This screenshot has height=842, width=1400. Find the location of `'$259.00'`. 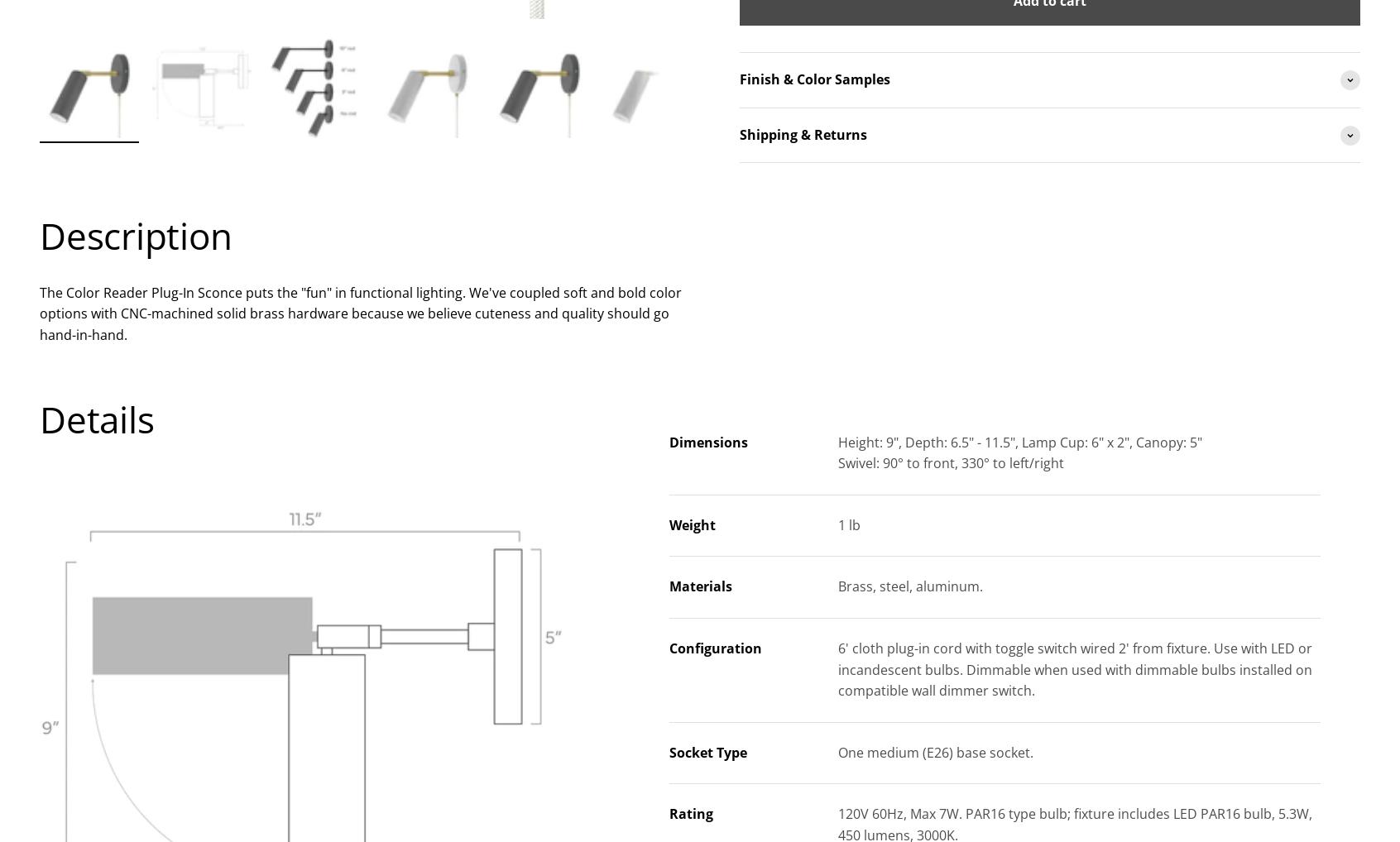

'$259.00' is located at coordinates (1047, 762).